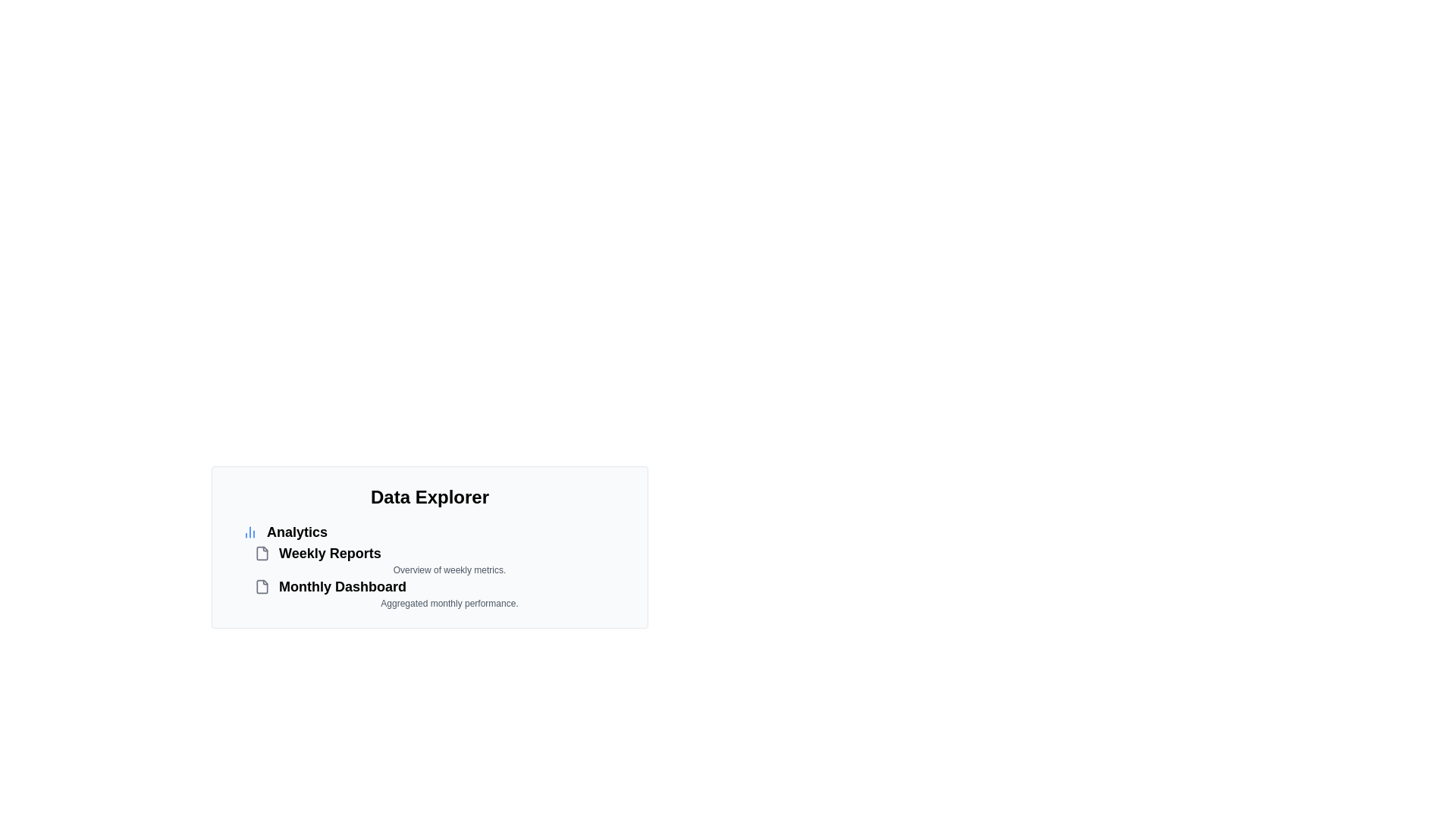 This screenshot has width=1456, height=819. What do you see at coordinates (262, 586) in the screenshot?
I see `the decorative icon located to the left of the 'Monthly Dashboard' label in the 'Data Explorer' section` at bounding box center [262, 586].